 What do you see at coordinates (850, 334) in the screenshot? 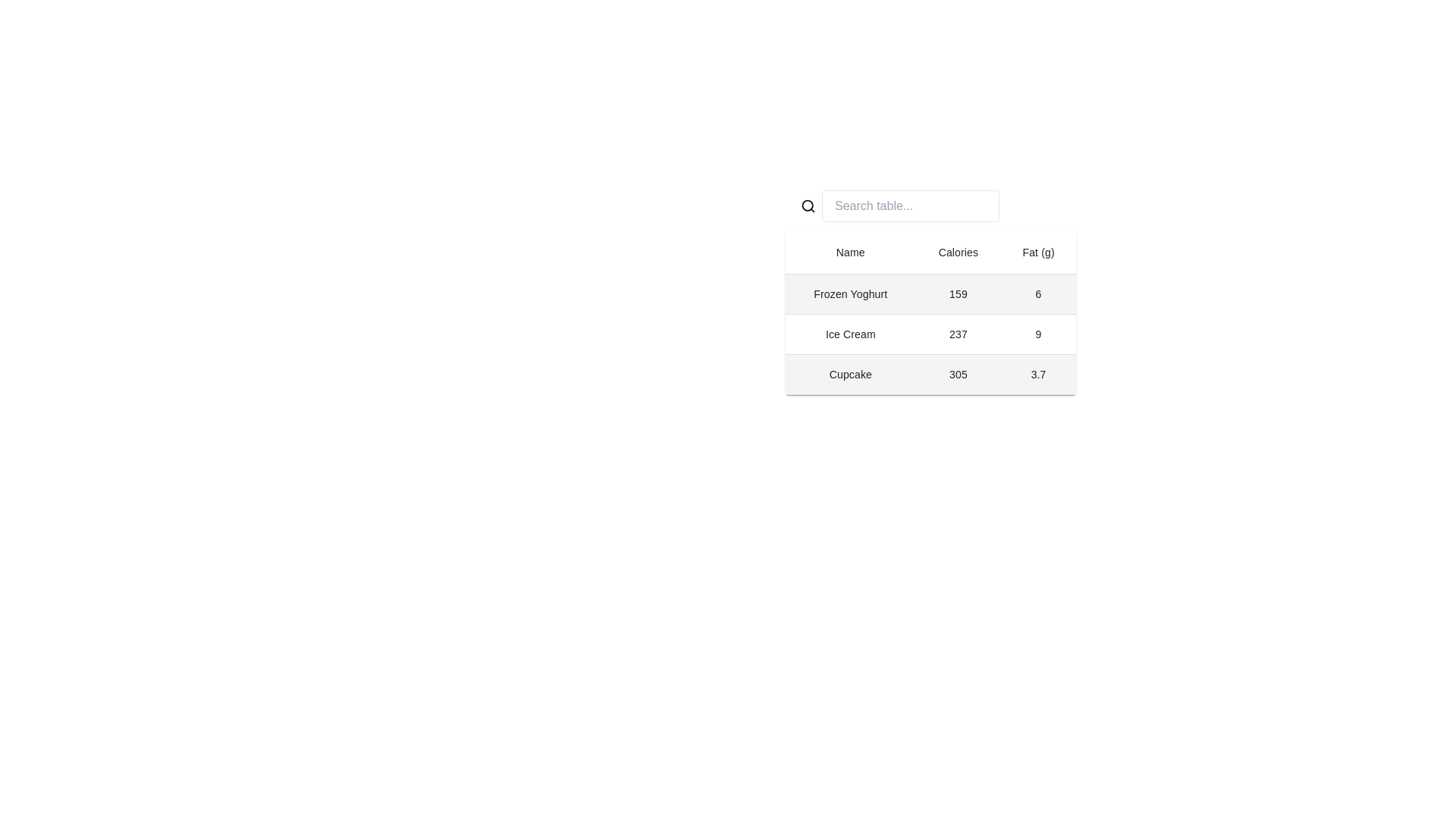
I see `the table cell containing the text 'Ice Cream'` at bounding box center [850, 334].